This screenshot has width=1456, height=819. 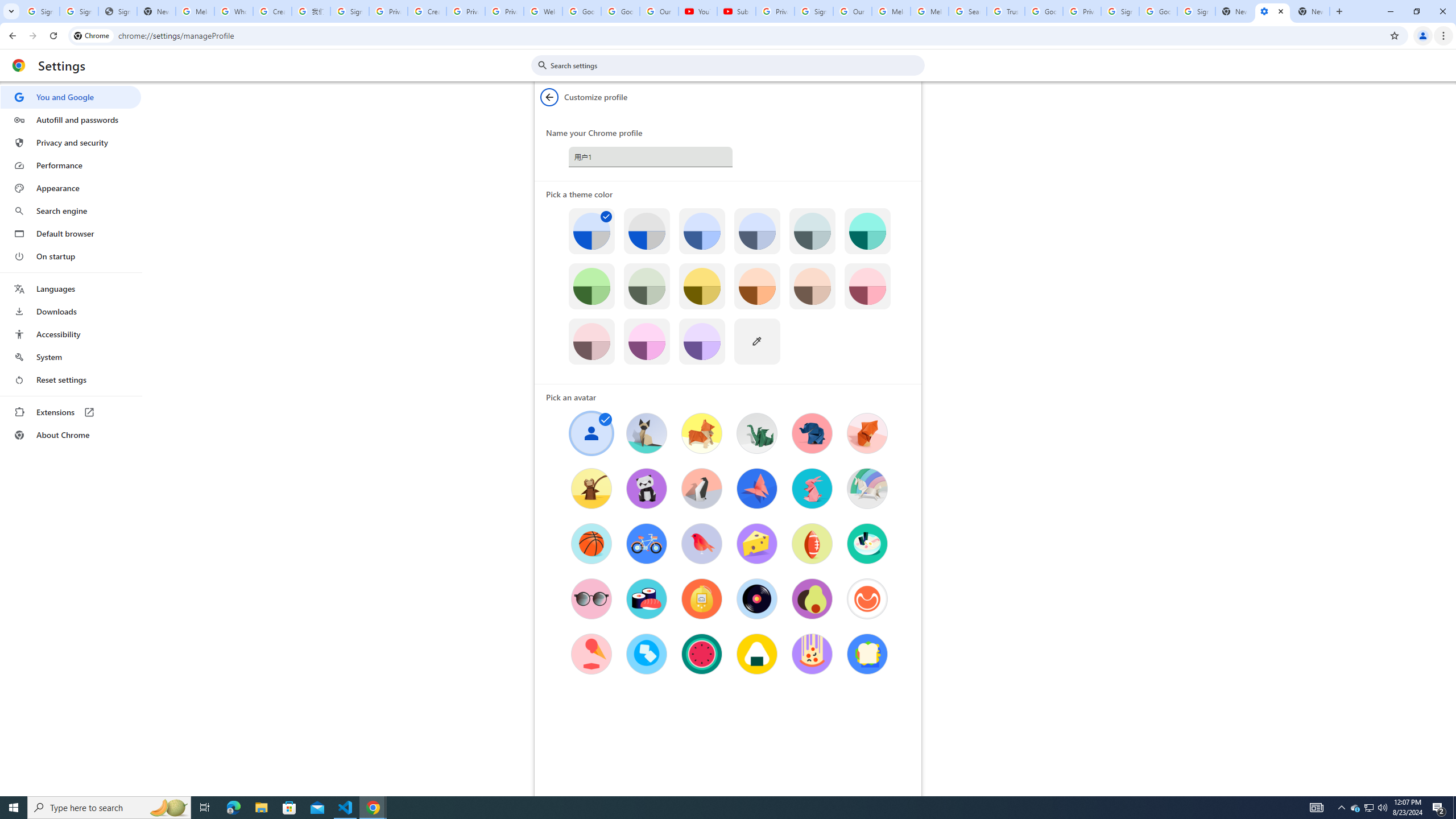 What do you see at coordinates (70, 97) in the screenshot?
I see `'You and Google'` at bounding box center [70, 97].